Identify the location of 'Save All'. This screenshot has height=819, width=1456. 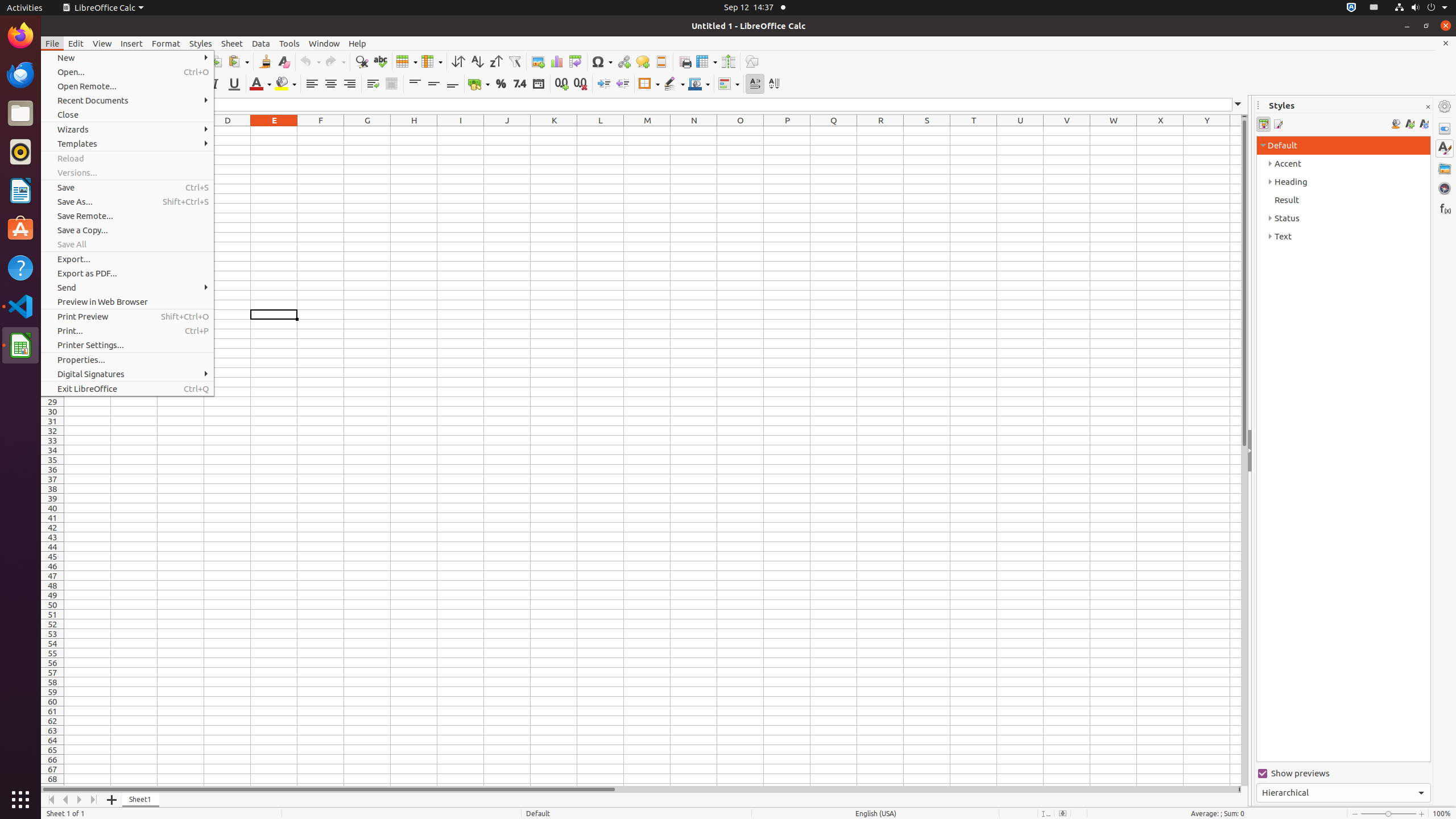
(127, 243).